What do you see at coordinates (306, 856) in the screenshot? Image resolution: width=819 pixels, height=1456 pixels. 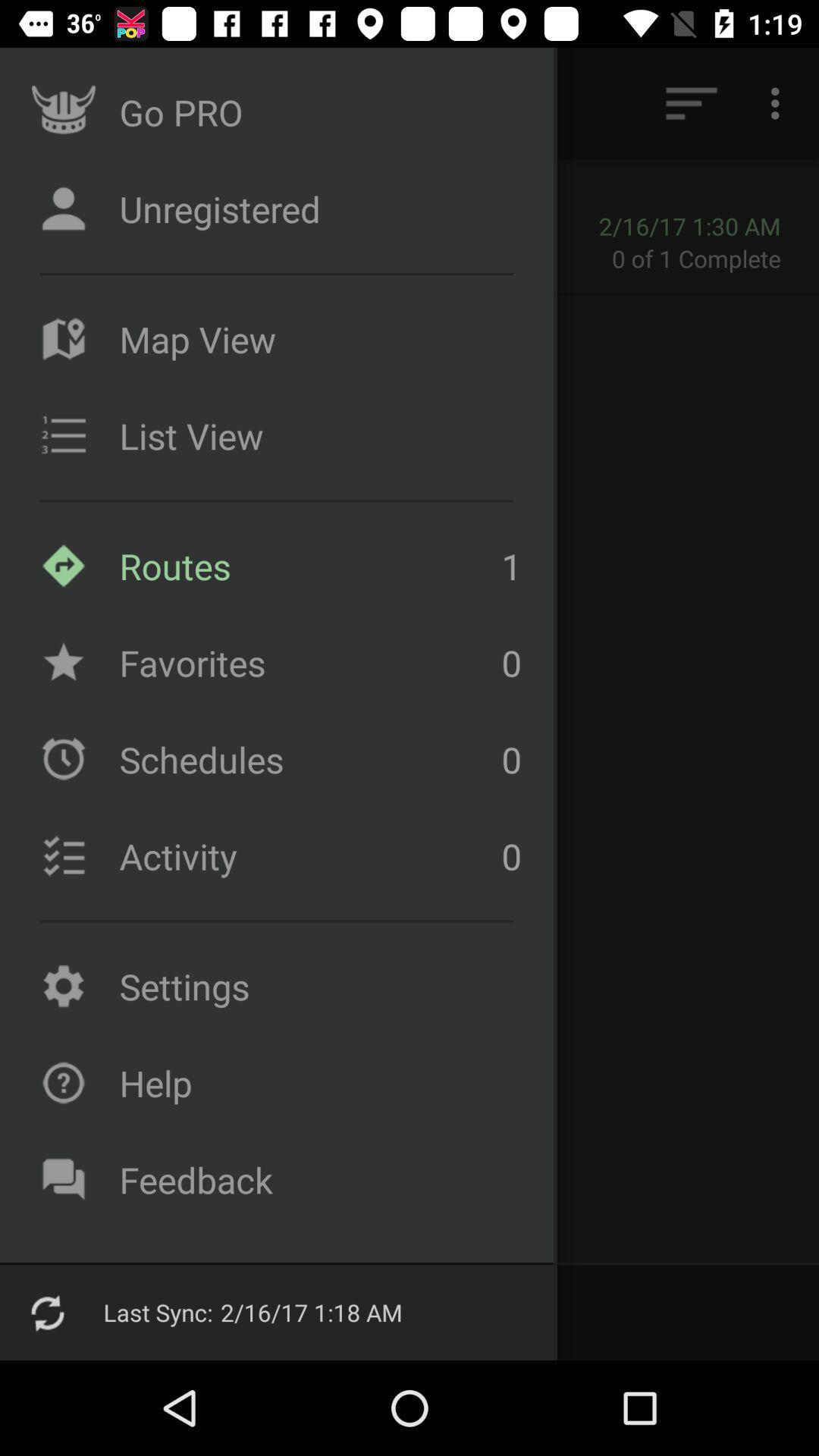 I see `item below the schedules` at bounding box center [306, 856].